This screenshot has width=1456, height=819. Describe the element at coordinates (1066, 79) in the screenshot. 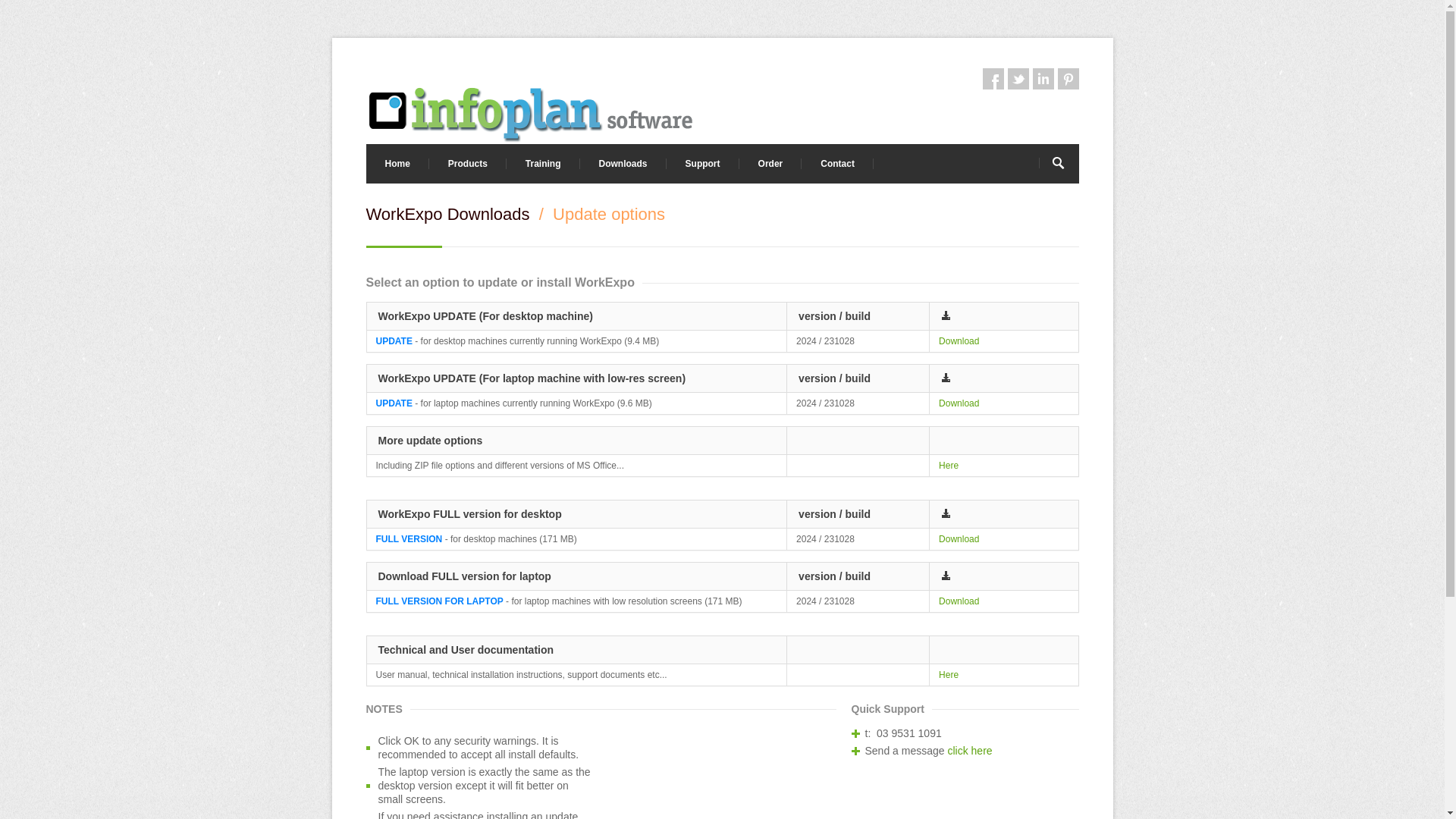

I see `'Pintrest'` at that location.